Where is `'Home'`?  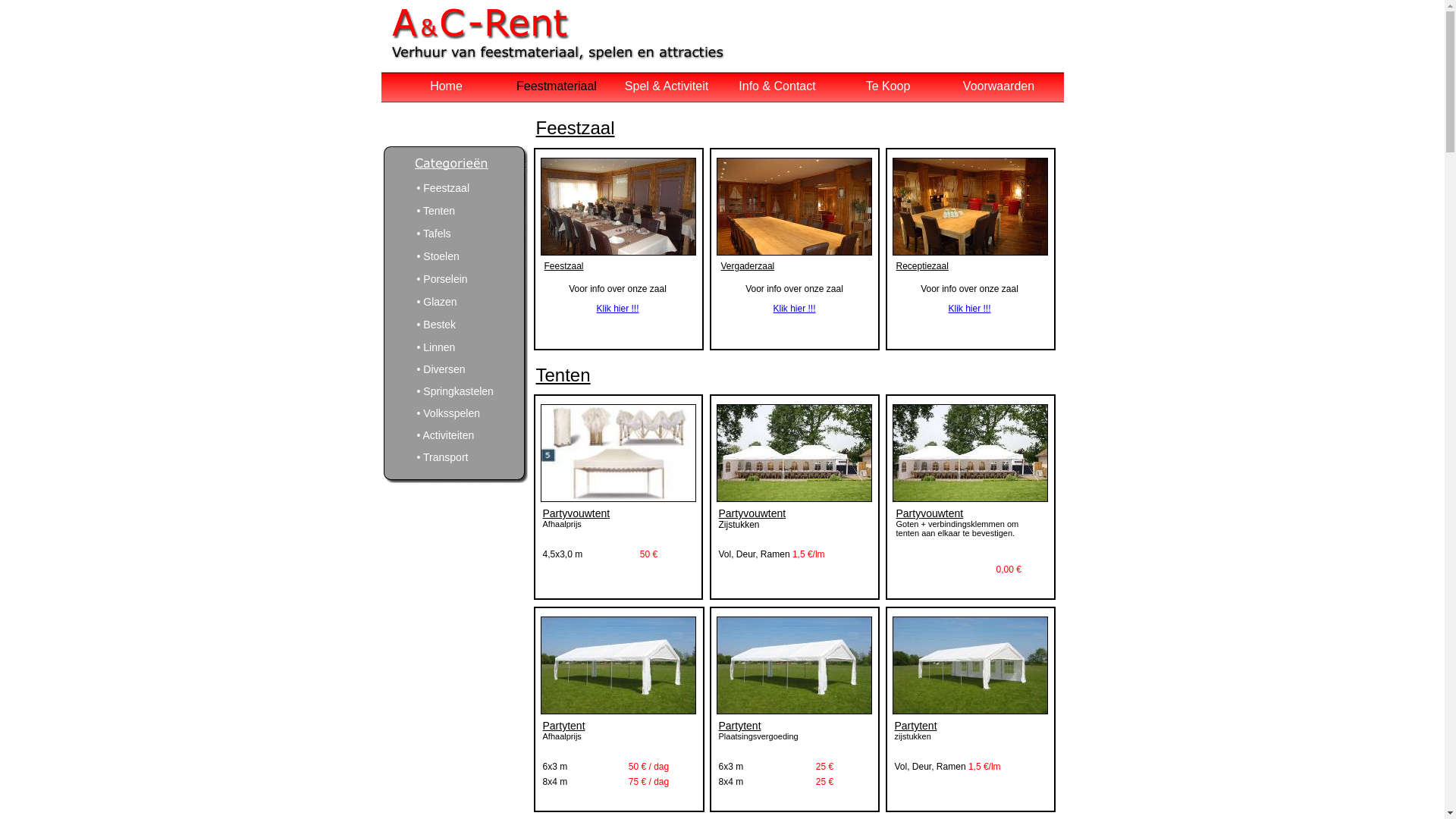 'Home' is located at coordinates (445, 86).